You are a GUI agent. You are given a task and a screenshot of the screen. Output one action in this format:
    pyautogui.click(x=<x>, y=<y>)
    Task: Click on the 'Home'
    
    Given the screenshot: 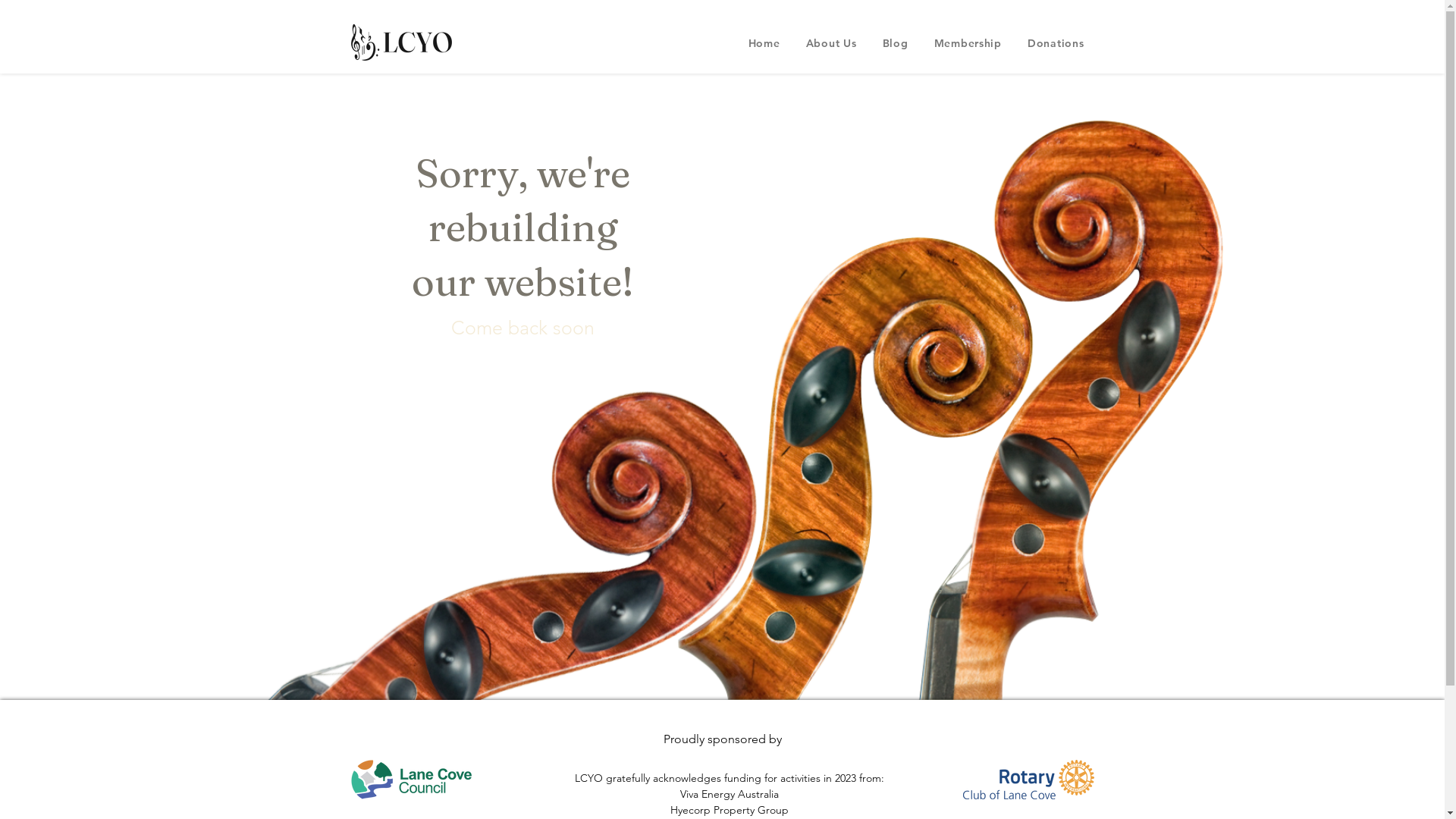 What is the action you would take?
    pyautogui.click(x=764, y=42)
    